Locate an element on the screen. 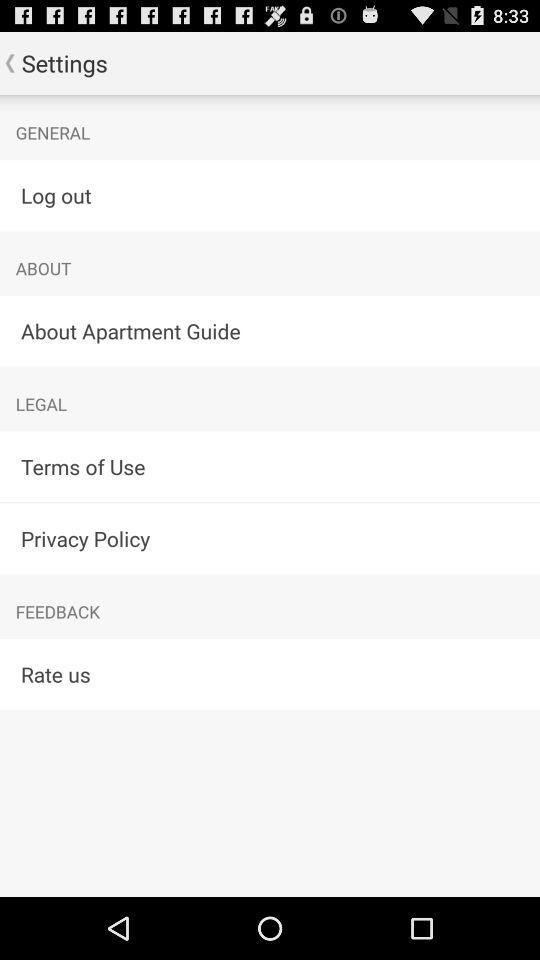 The height and width of the screenshot is (960, 540). terms of use app is located at coordinates (270, 466).